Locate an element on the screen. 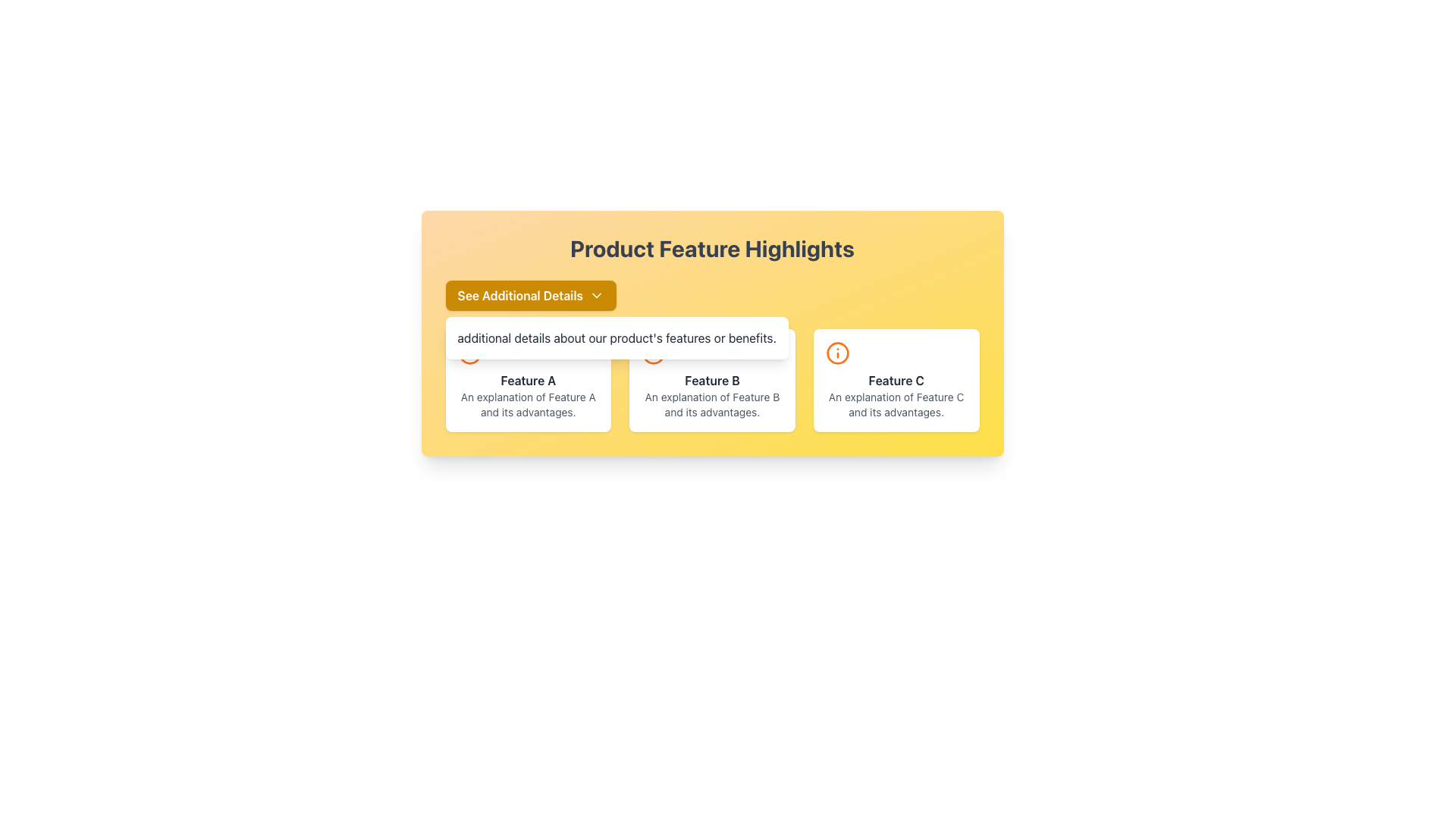 The width and height of the screenshot is (1456, 819). the text label that serves as the title for the second feature, which is located in the middle card of a horizontal layout of three cards, centered below an orange icon and above a descriptive paragraph is located at coordinates (711, 379).